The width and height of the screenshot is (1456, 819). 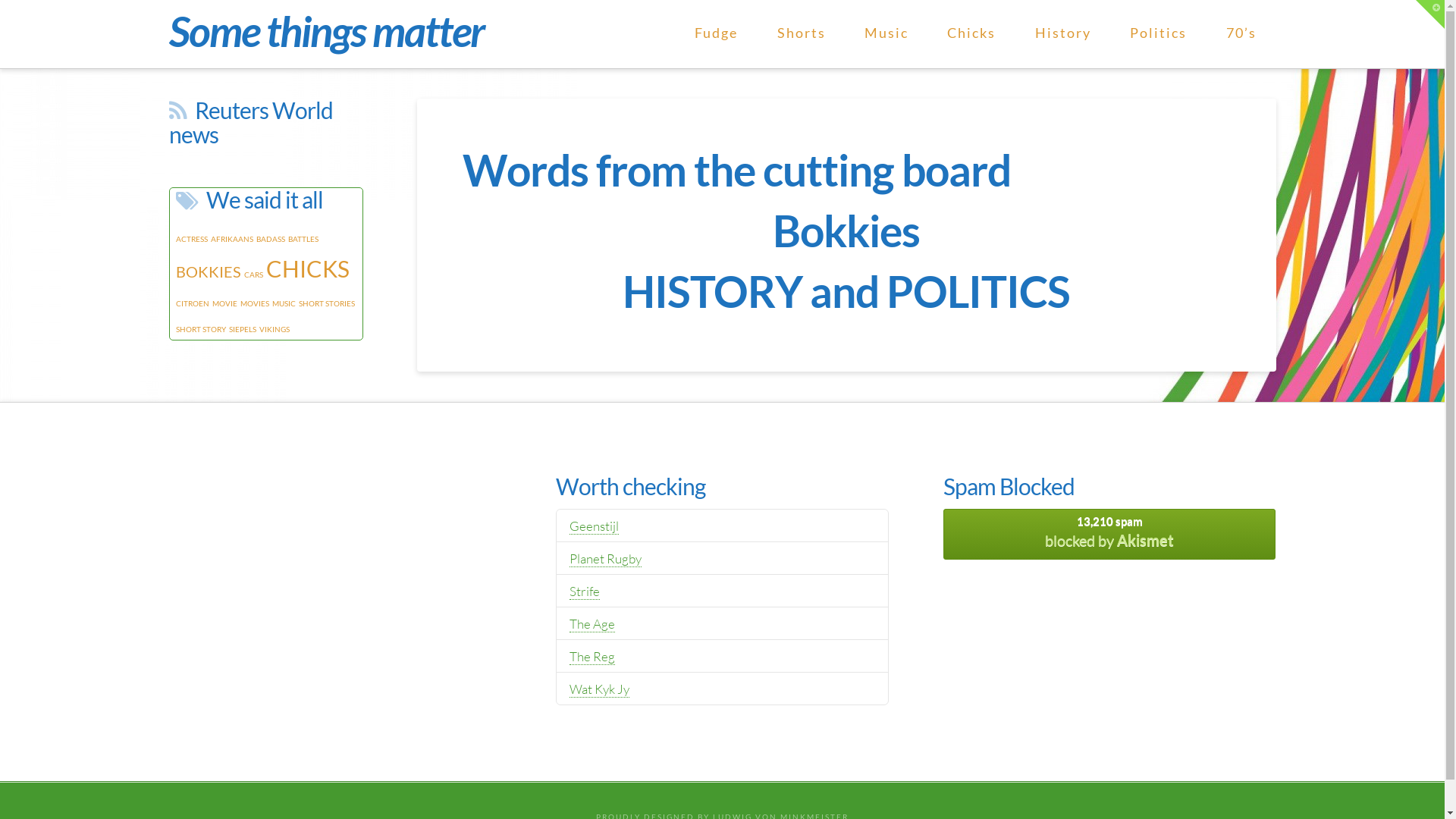 What do you see at coordinates (254, 303) in the screenshot?
I see `'MOVIES'` at bounding box center [254, 303].